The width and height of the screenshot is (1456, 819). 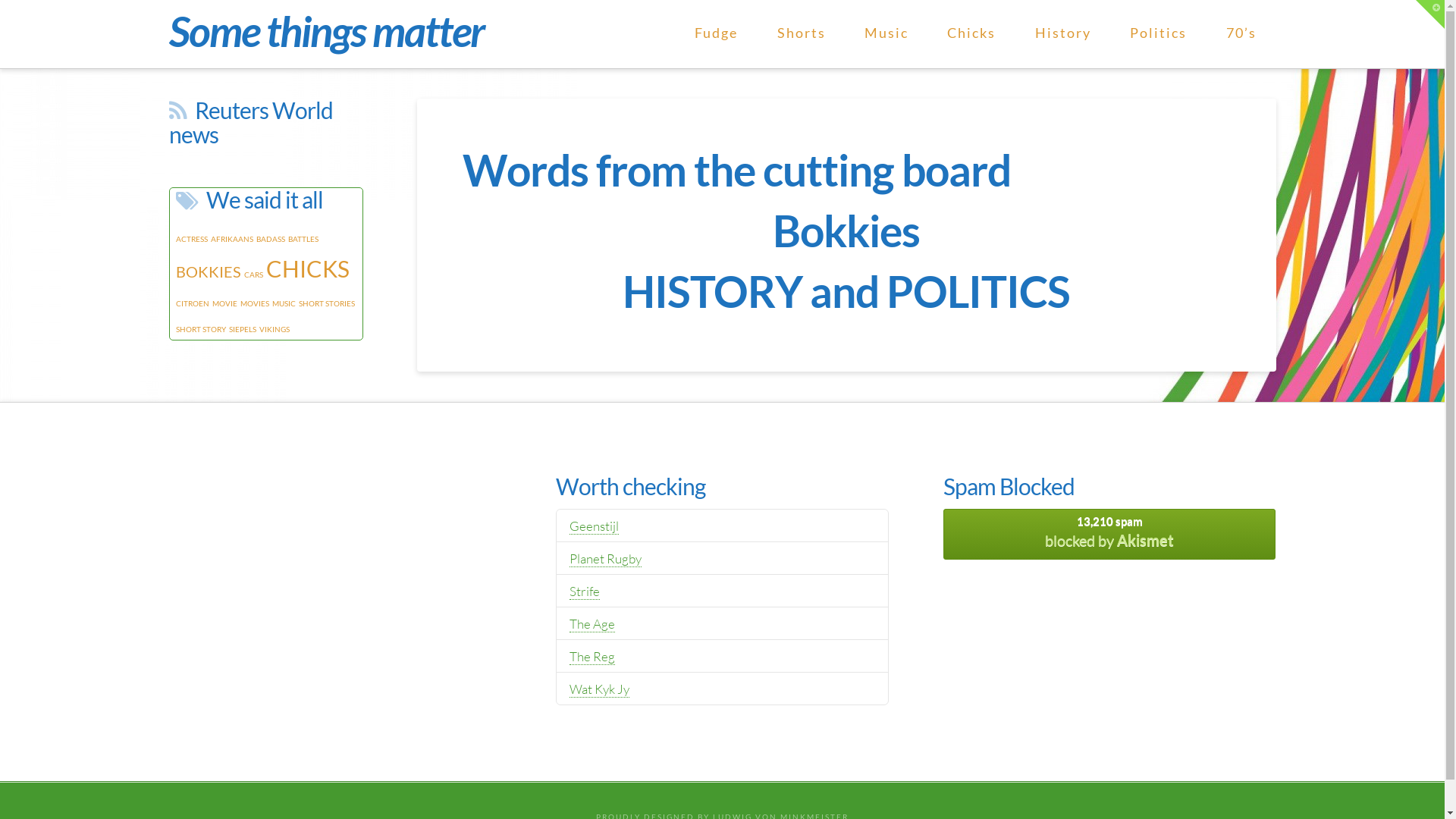 What do you see at coordinates (254, 303) in the screenshot?
I see `'MOVIES'` at bounding box center [254, 303].